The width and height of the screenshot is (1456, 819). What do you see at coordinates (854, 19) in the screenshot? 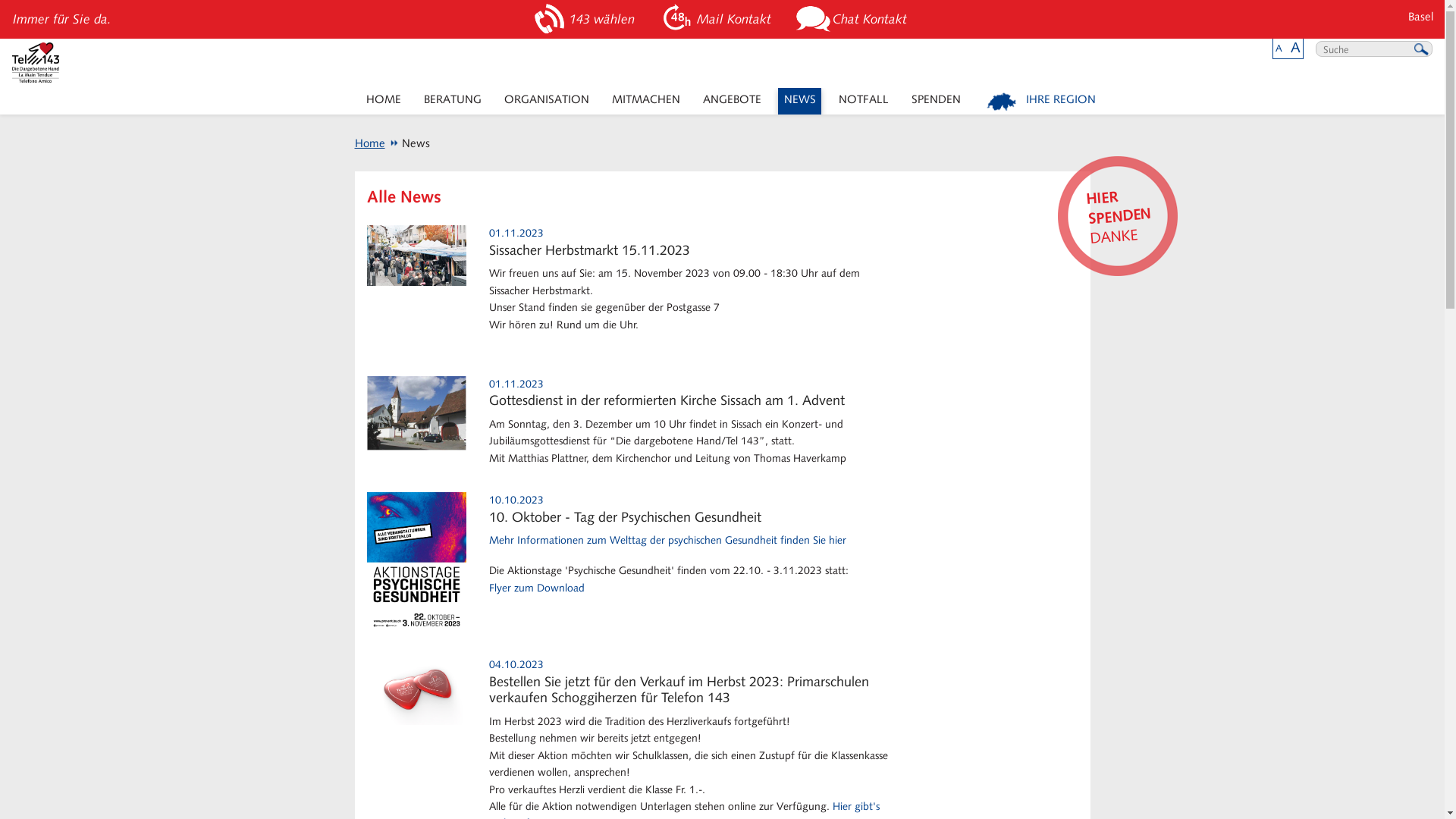
I see `'Chat Kontakt'` at bounding box center [854, 19].